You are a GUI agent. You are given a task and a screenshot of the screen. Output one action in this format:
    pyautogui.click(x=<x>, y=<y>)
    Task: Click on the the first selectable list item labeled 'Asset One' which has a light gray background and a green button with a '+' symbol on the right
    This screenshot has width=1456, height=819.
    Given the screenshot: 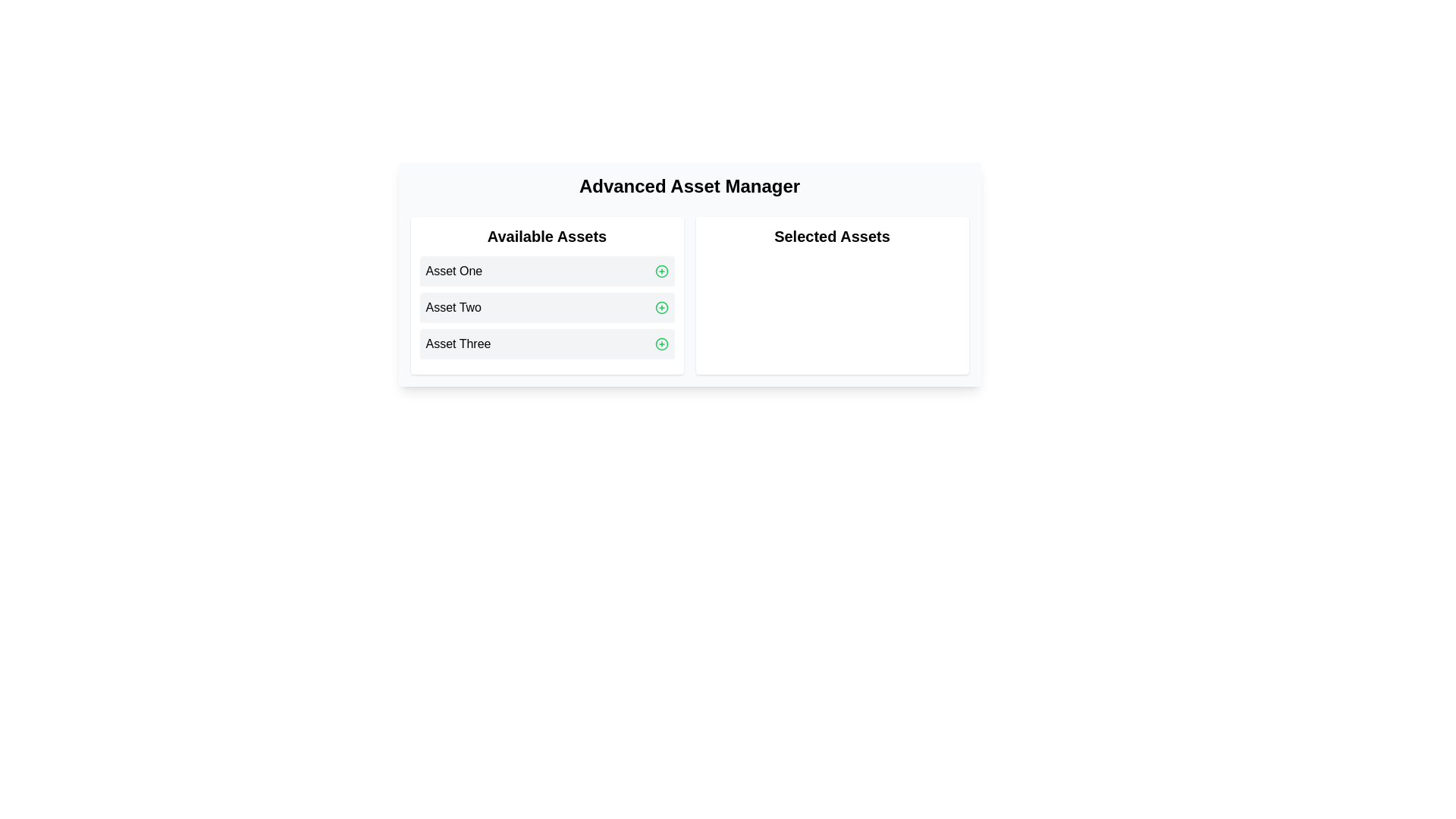 What is the action you would take?
    pyautogui.click(x=546, y=271)
    